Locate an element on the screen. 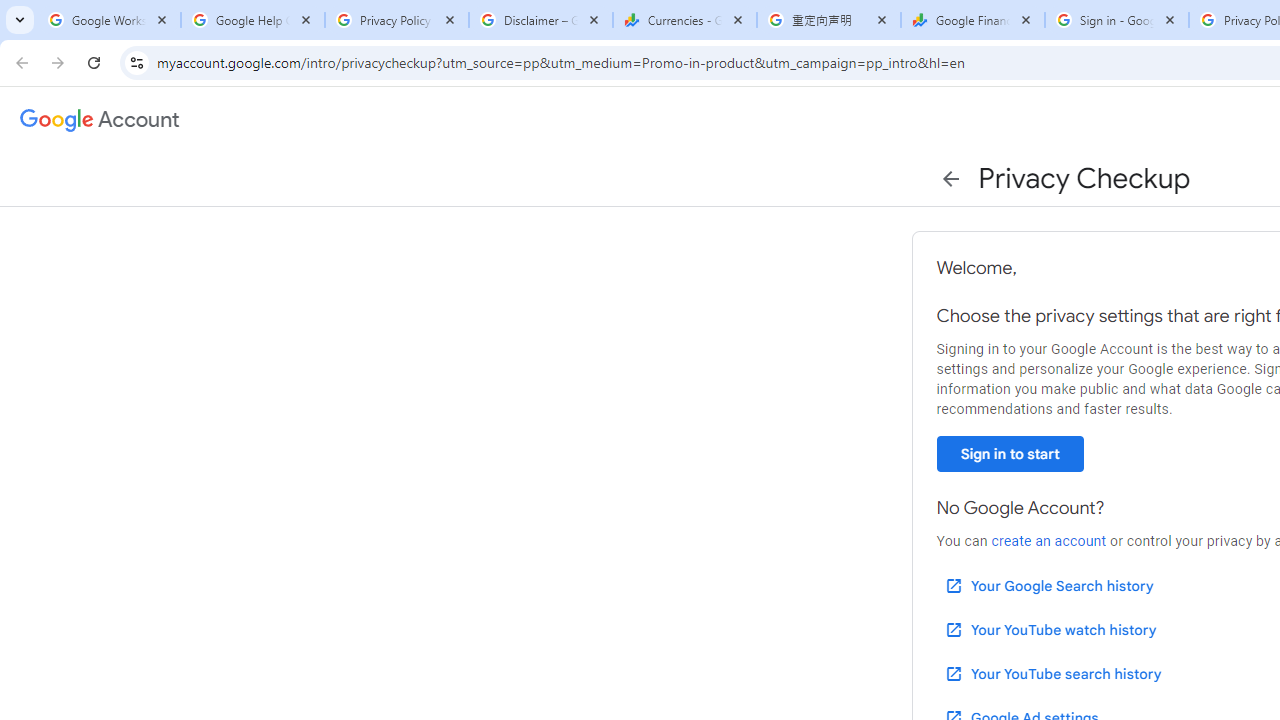 Image resolution: width=1280 pixels, height=720 pixels. 'Google Workspace Admin Community' is located at coordinates (107, 20).